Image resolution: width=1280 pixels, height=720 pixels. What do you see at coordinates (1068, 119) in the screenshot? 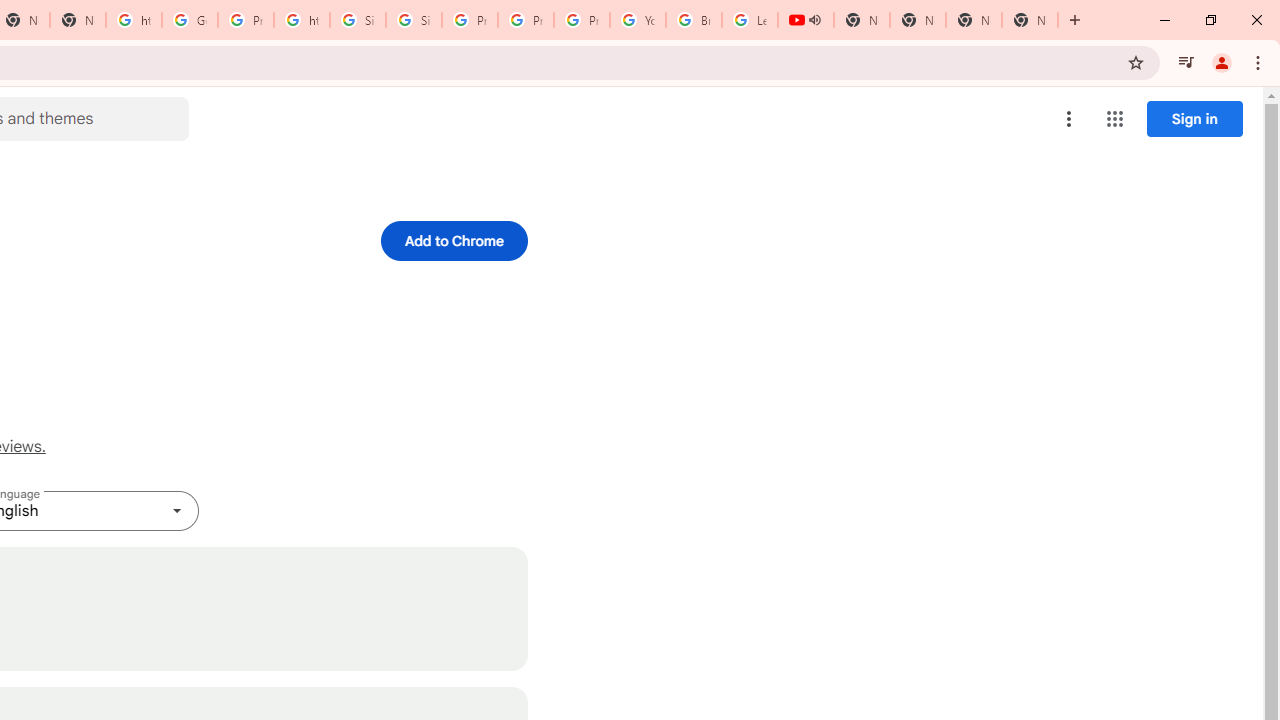
I see `'More options menu'` at bounding box center [1068, 119].